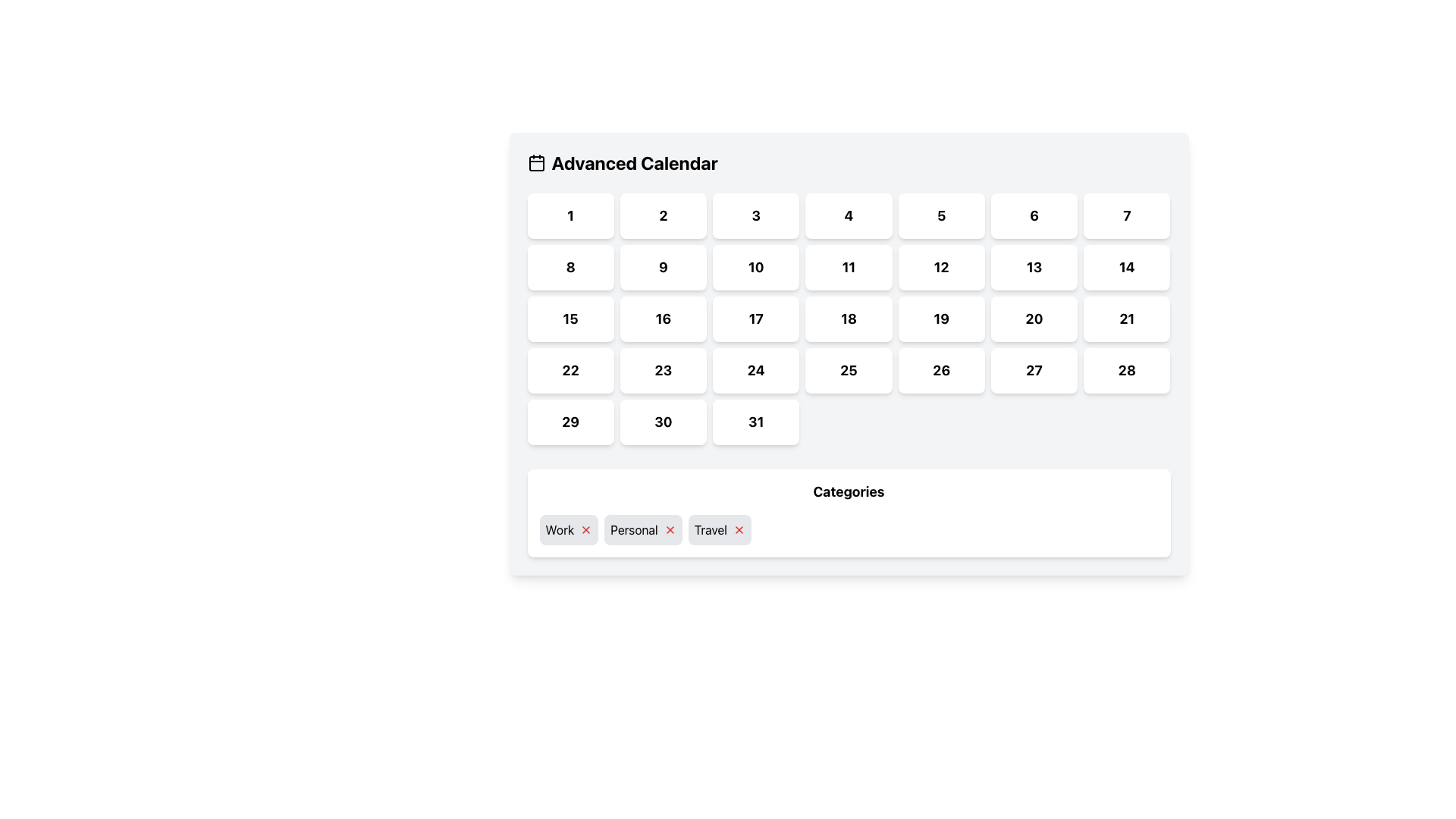 The width and height of the screenshot is (1456, 819). What do you see at coordinates (848, 267) in the screenshot?
I see `the 11th date button` at bounding box center [848, 267].